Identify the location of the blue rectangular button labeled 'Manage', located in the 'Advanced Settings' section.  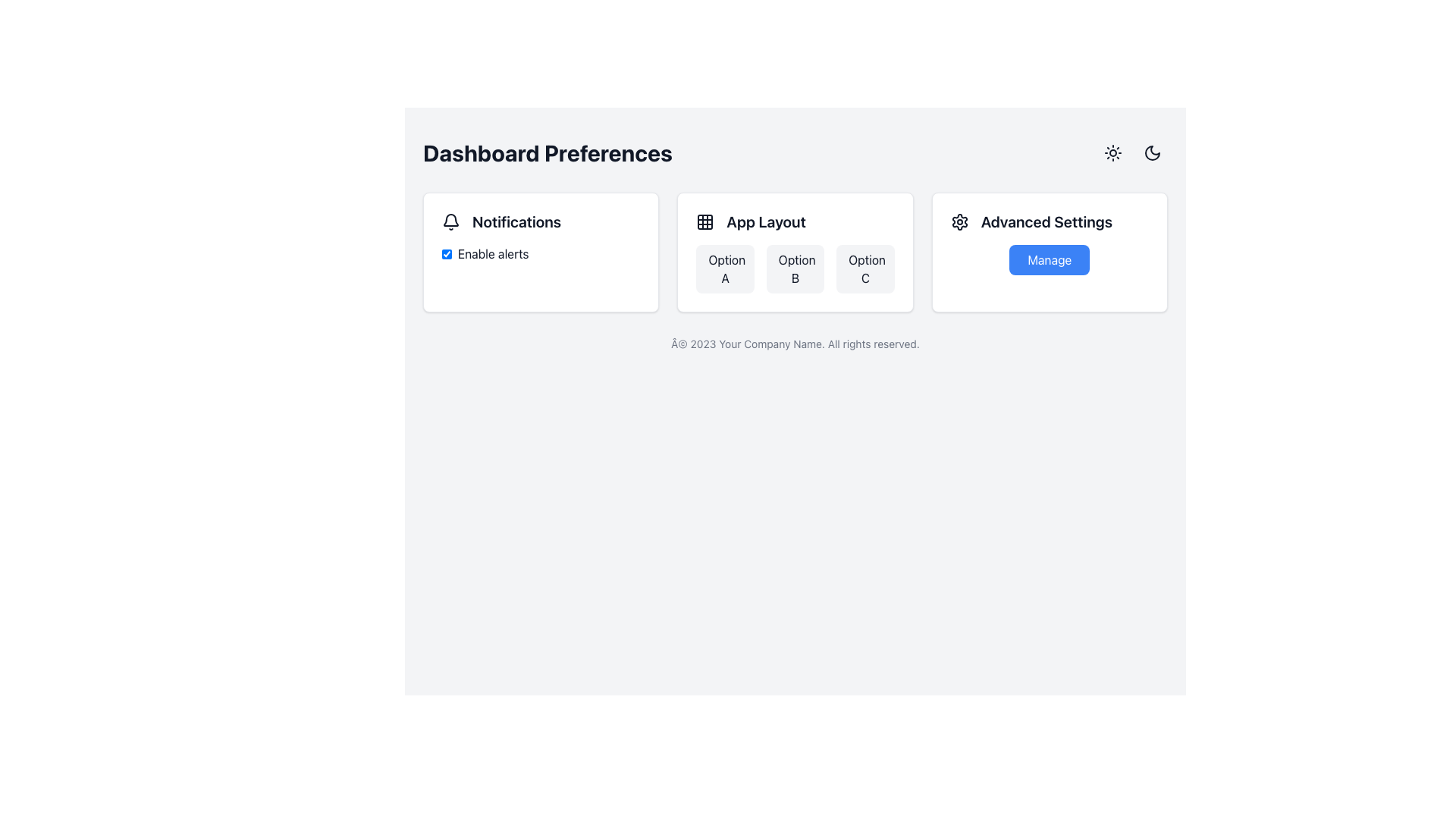
(1049, 259).